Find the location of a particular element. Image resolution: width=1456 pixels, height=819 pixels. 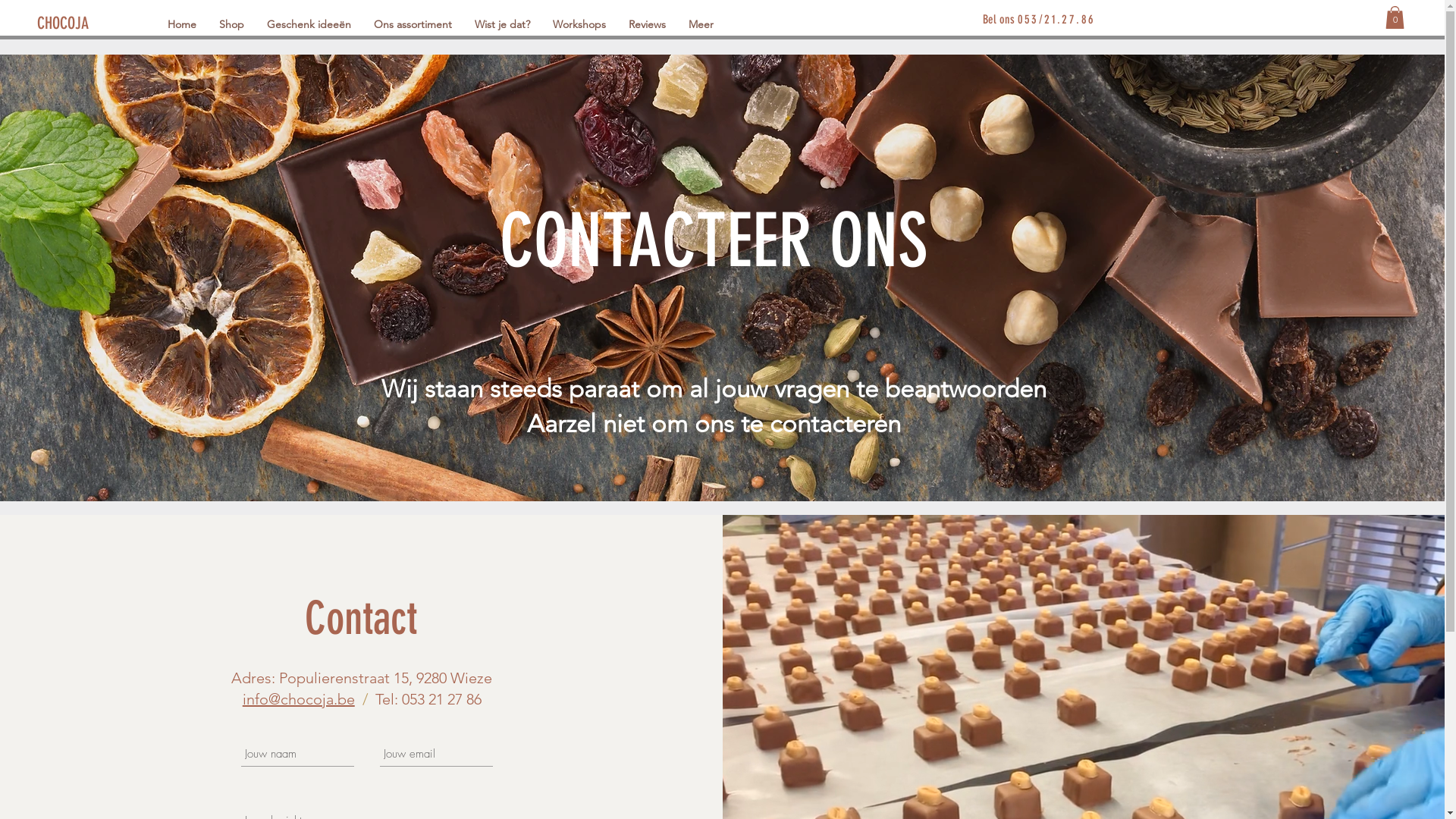

'0' is located at coordinates (1385, 17).